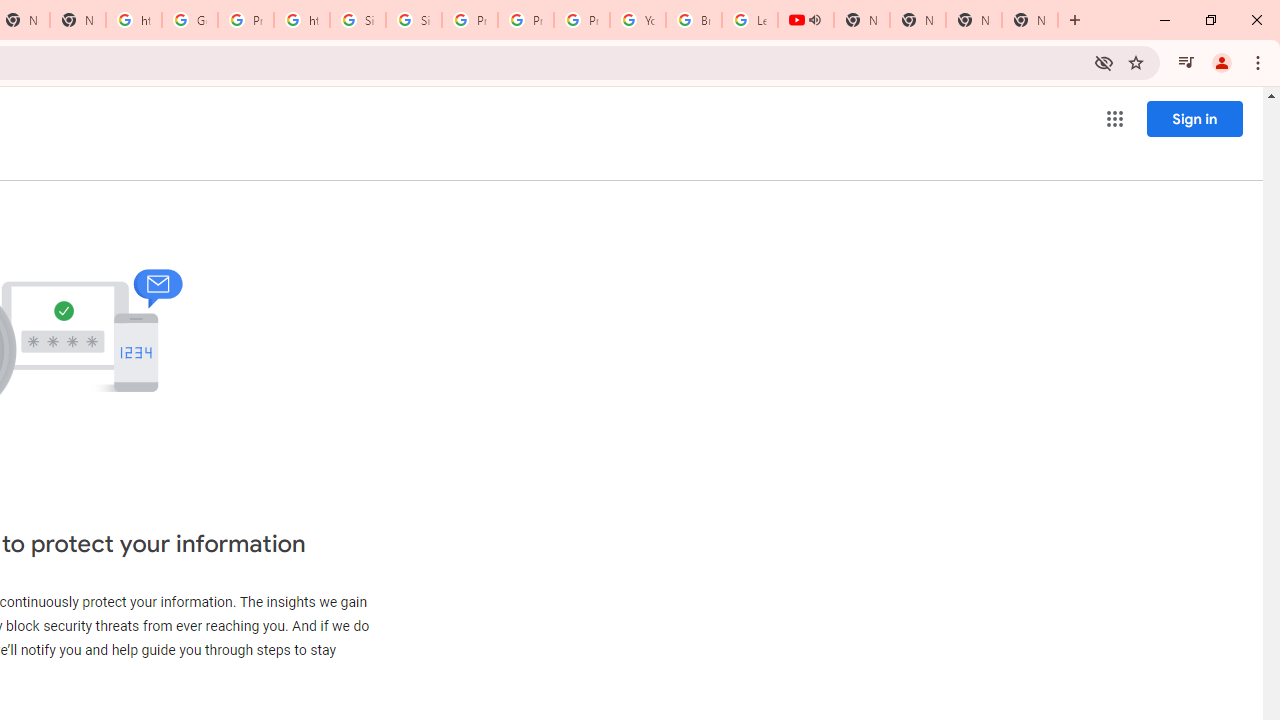  I want to click on 'Google apps', so click(1113, 119).